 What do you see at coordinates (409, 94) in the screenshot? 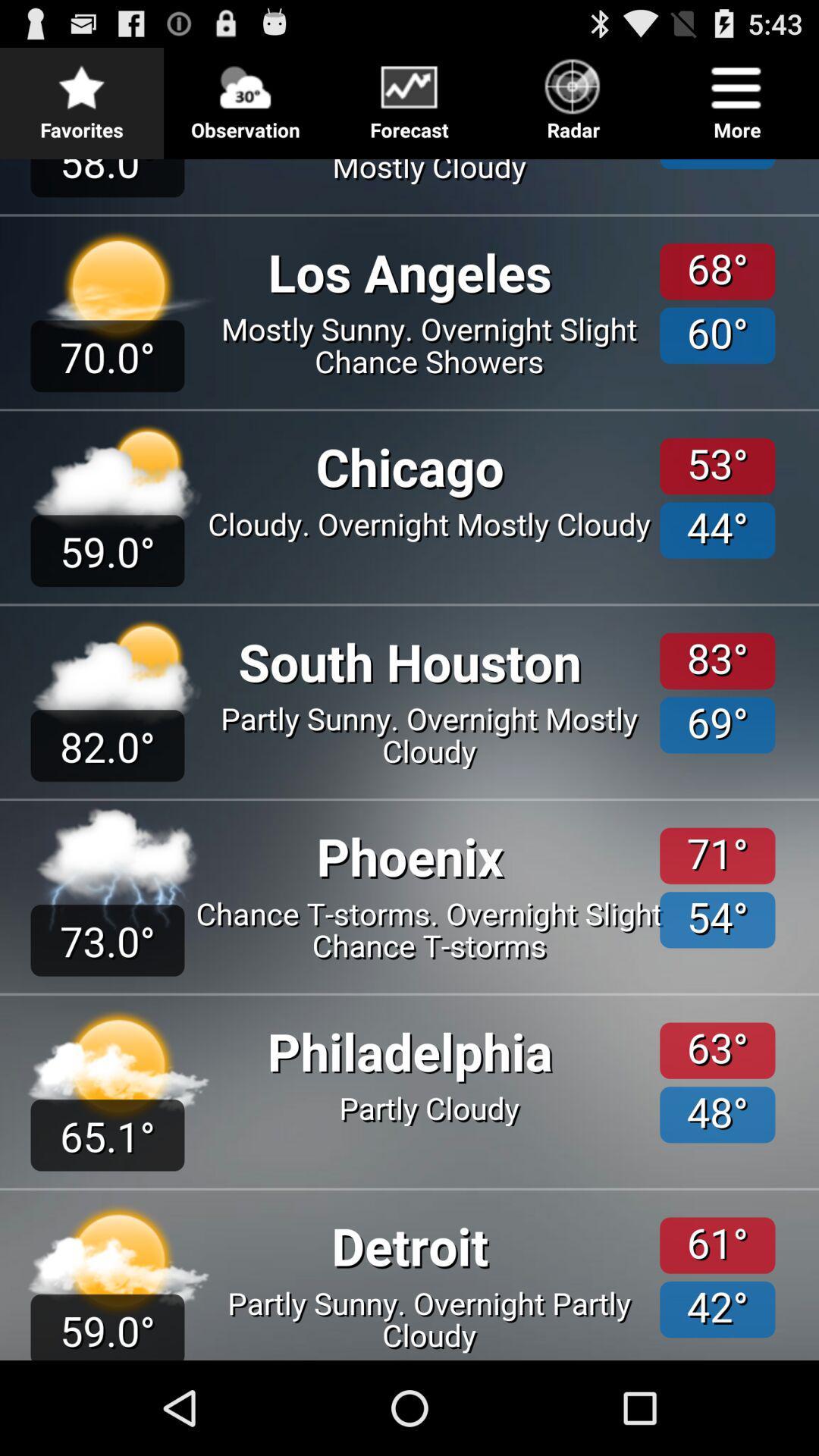
I see `item to the right of observation button` at bounding box center [409, 94].